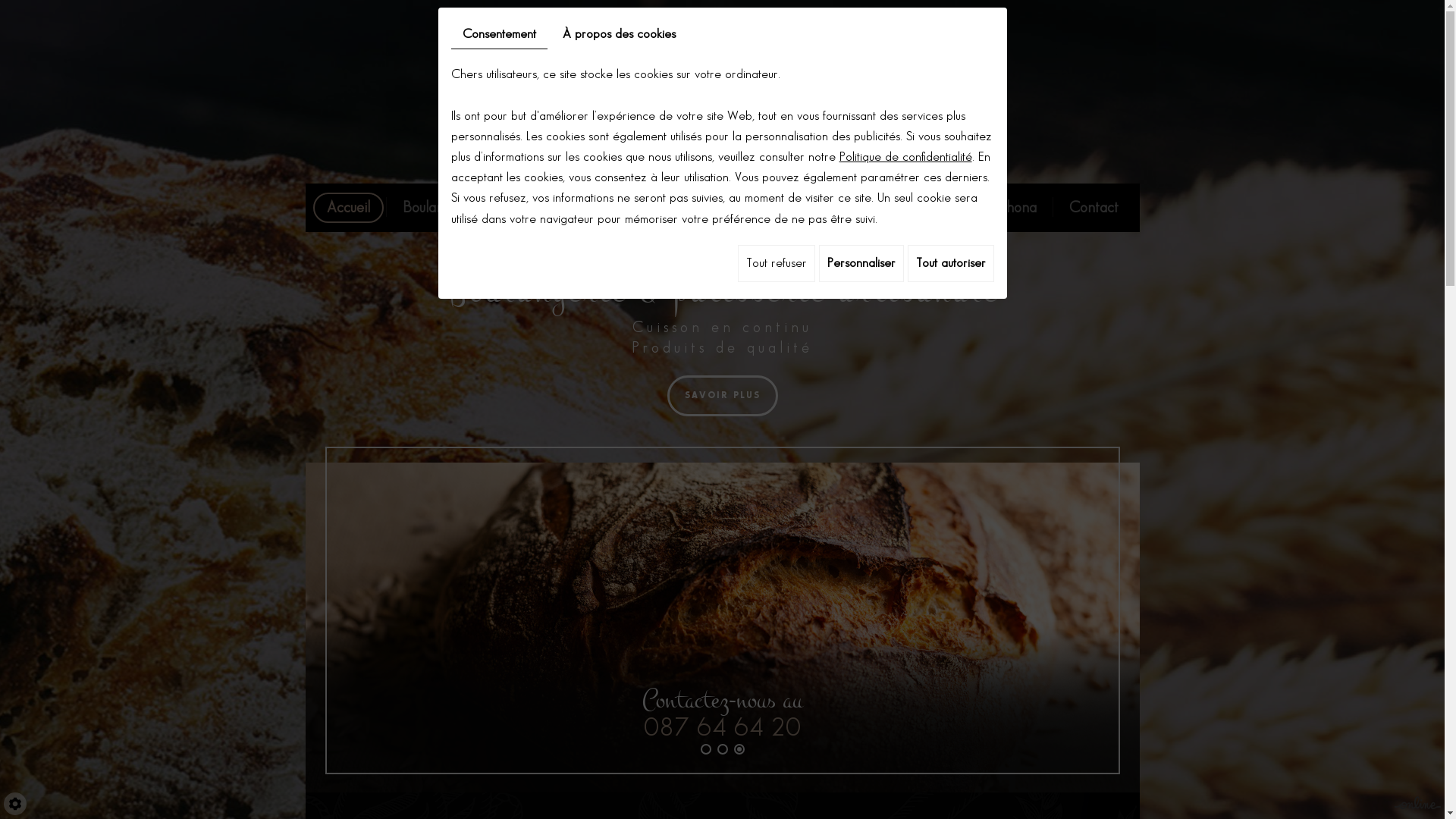 Image resolution: width=1456 pixels, height=819 pixels. Describe the element at coordinates (498, 34) in the screenshot. I see `'Consentement'` at that location.